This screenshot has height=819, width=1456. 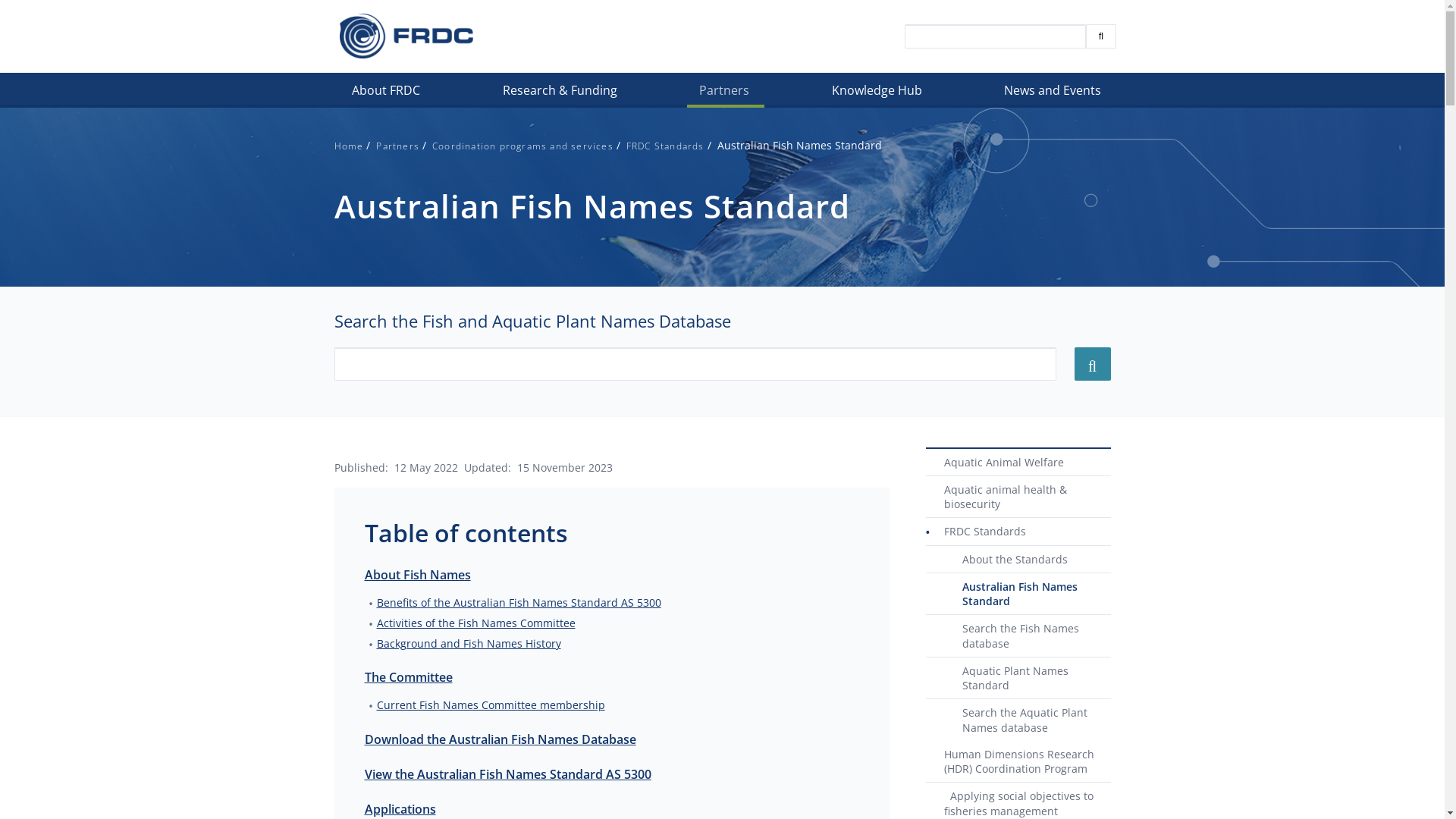 What do you see at coordinates (1018, 762) in the screenshot?
I see `'Human Dimensions Research (HDR) Coordination Program'` at bounding box center [1018, 762].